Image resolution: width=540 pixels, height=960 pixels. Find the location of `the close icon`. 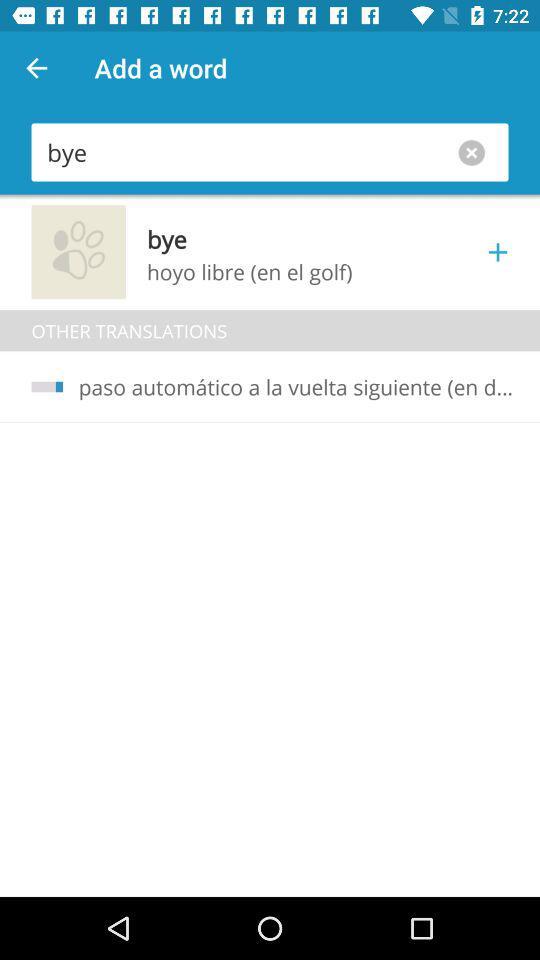

the close icon is located at coordinates (475, 151).